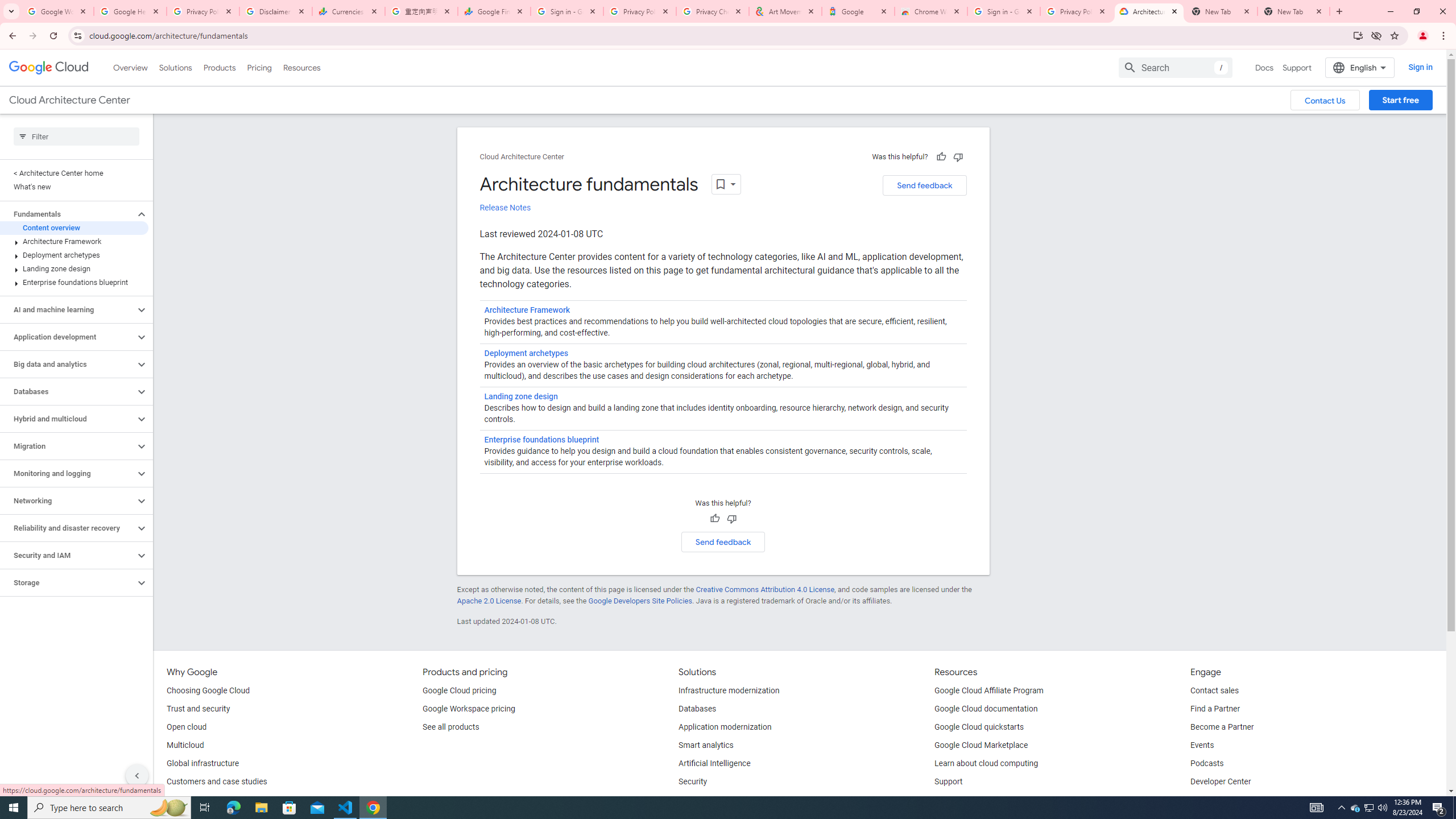  I want to click on 'Hide side navigation', so click(136, 775).